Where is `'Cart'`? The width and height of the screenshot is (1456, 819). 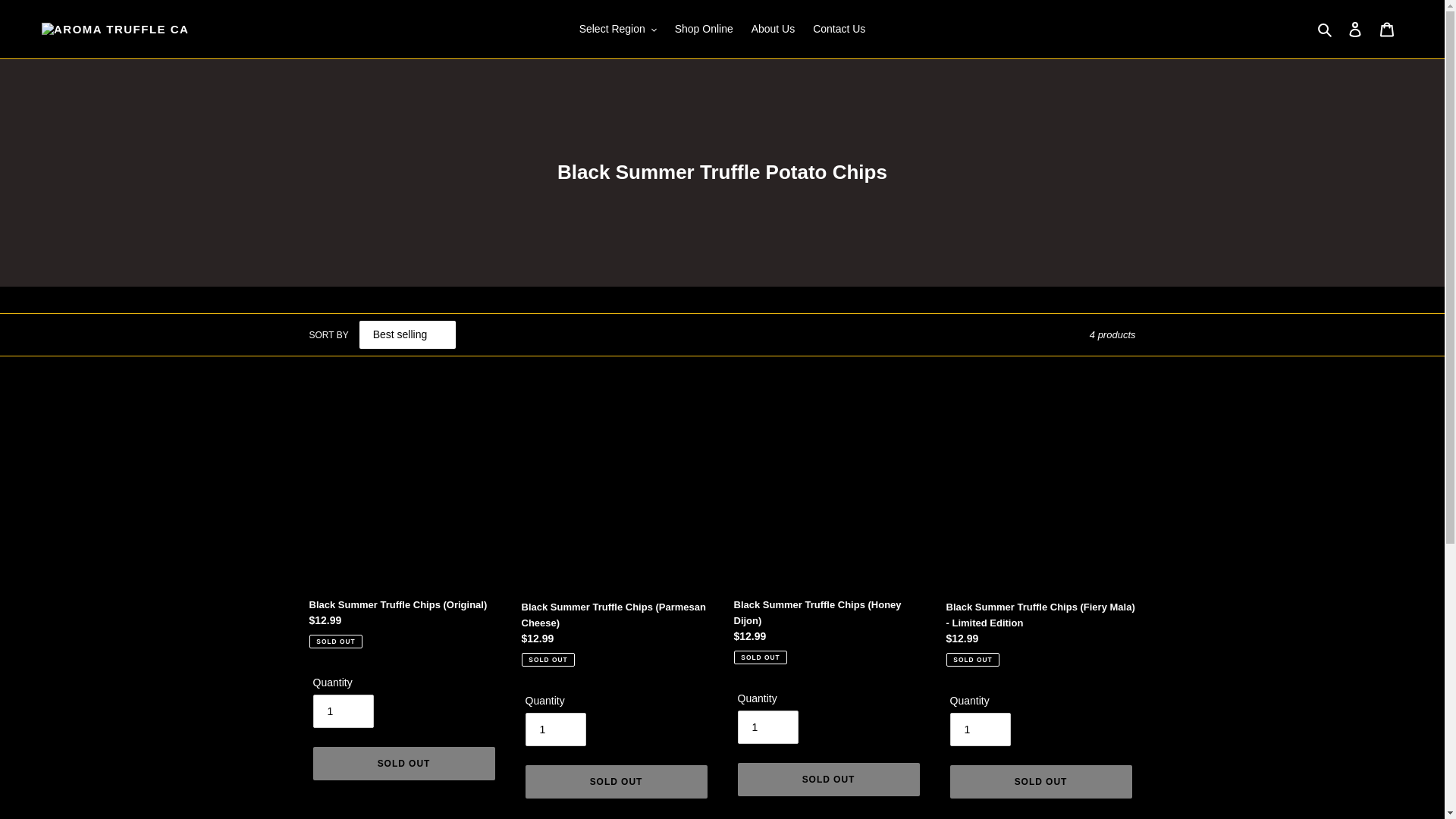 'Cart' is located at coordinates (1386, 29).